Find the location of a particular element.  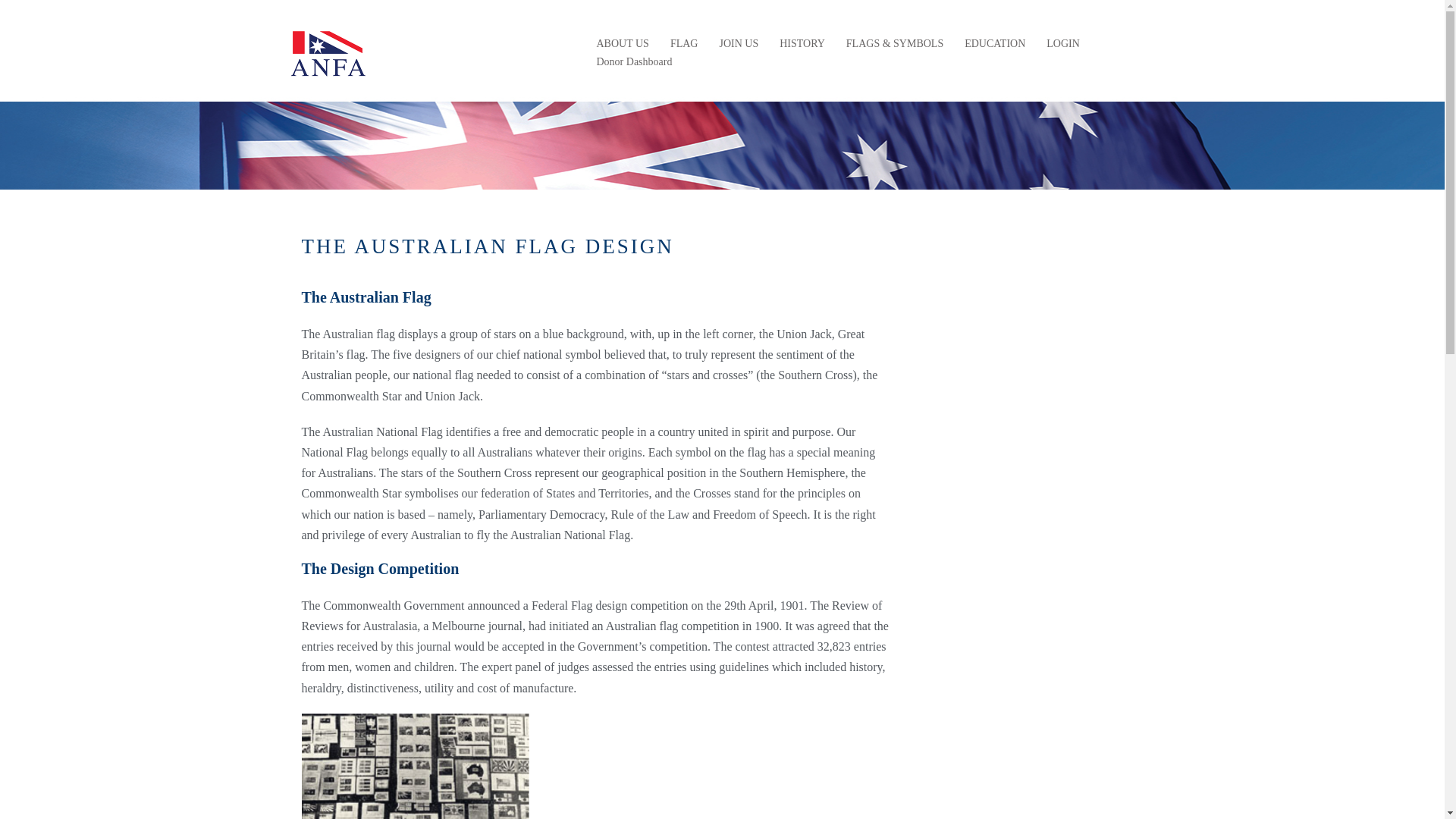

'Australian National Flag Association (ANFA)' is located at coordinates (327, 51).